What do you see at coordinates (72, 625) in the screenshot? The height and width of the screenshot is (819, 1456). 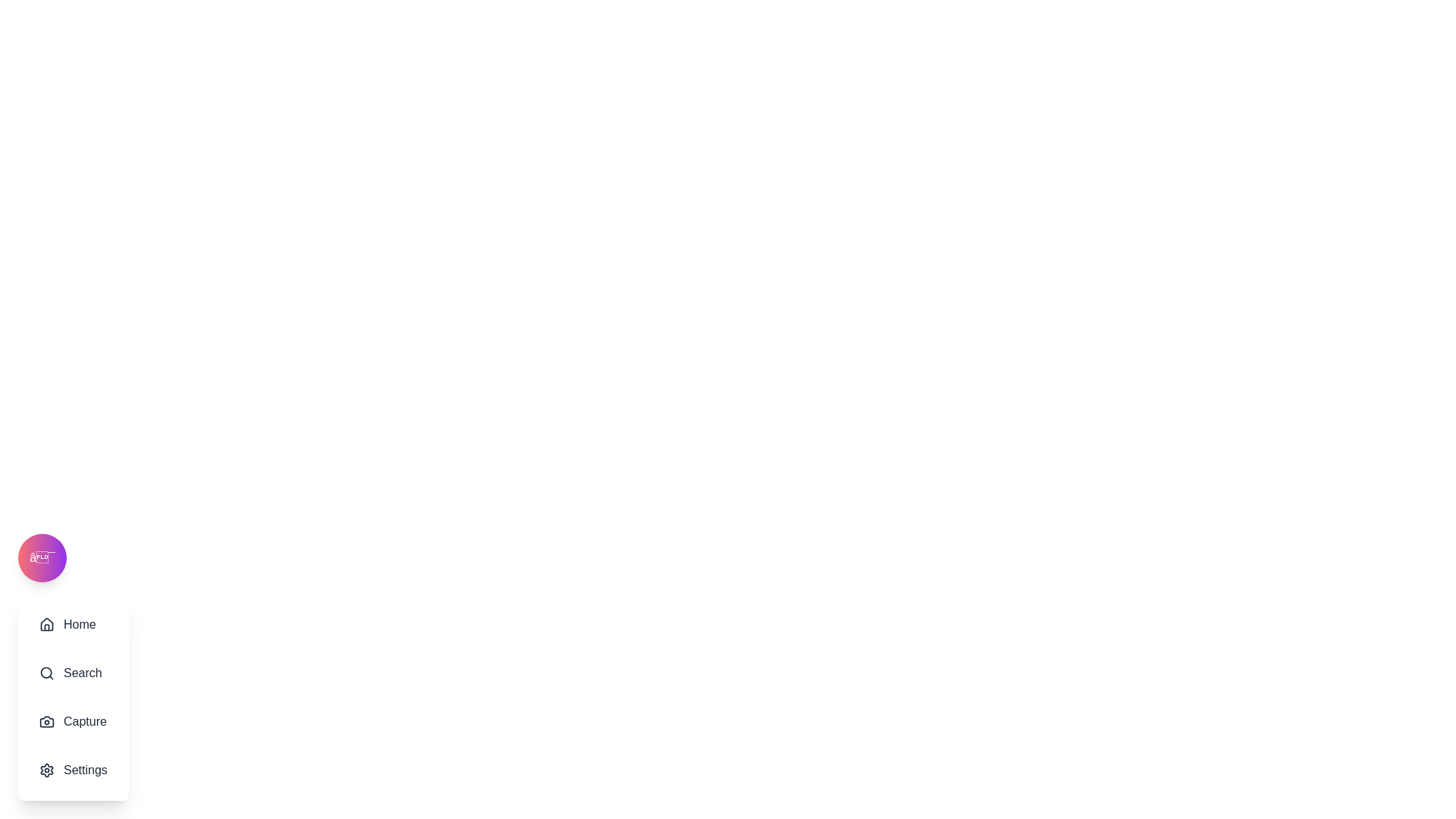 I see `the menu item Home to reveal its hover effect` at bounding box center [72, 625].